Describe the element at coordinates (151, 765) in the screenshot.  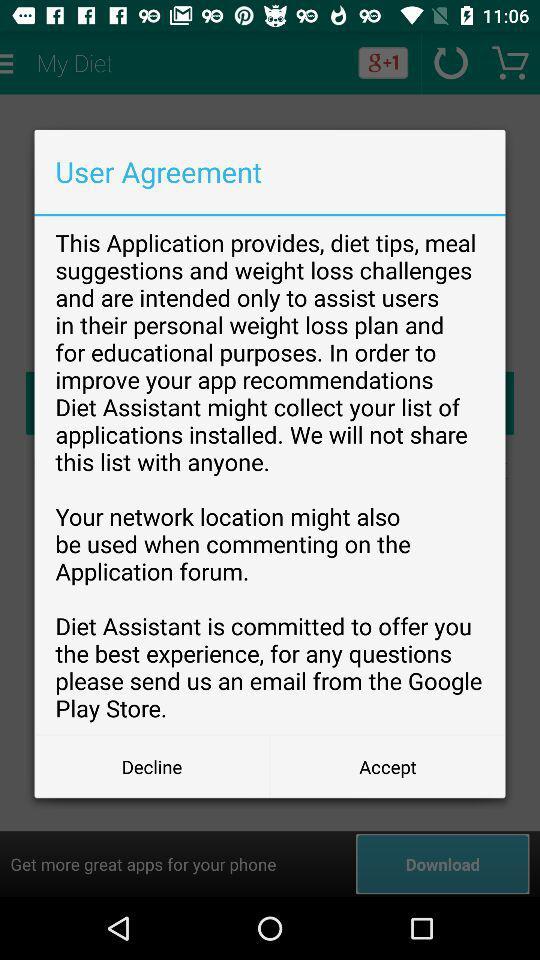
I see `item next to accept icon` at that location.